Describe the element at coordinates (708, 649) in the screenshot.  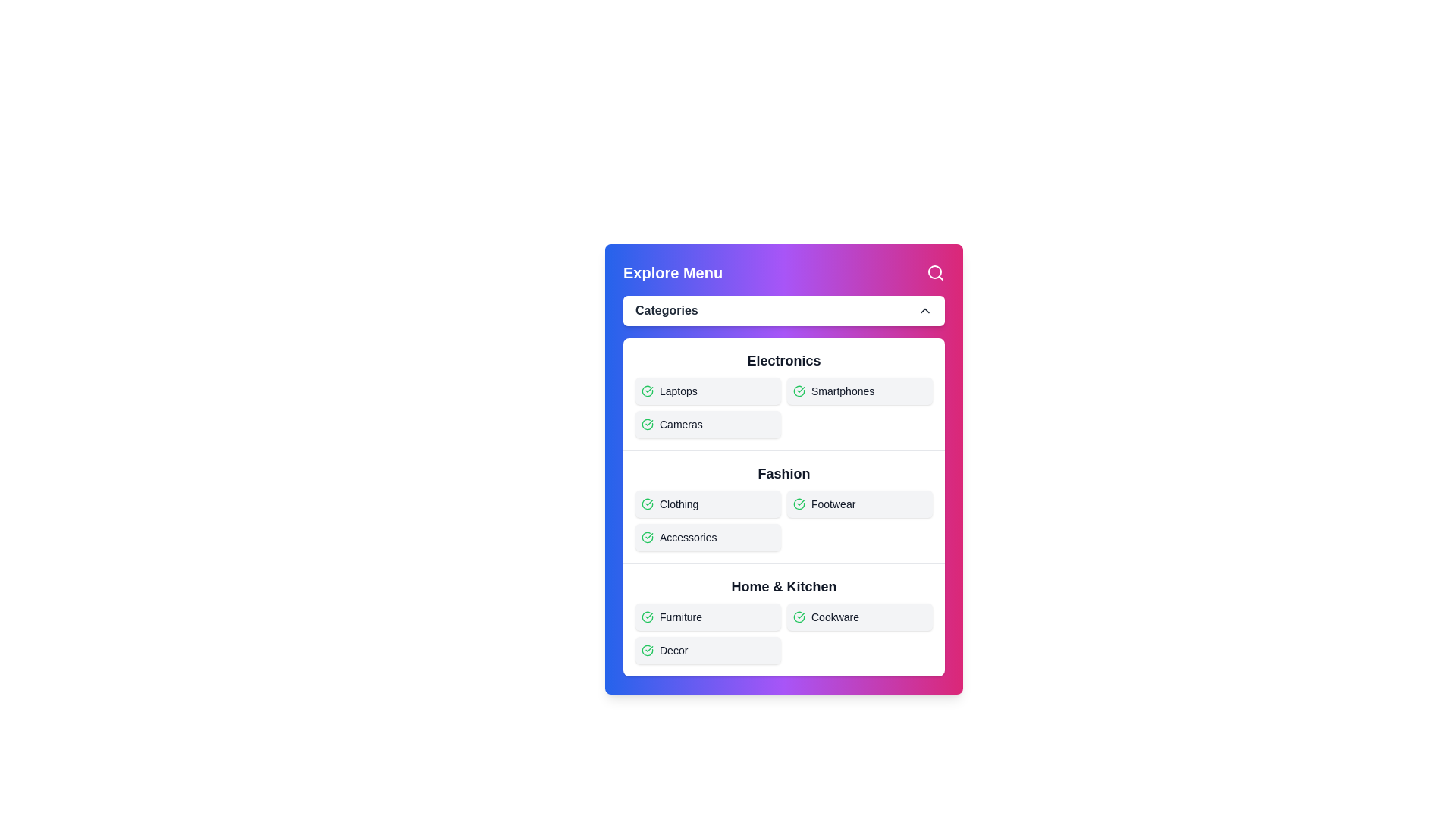
I see `the 'Decor' category option button in the Home & Kitchen section` at that location.